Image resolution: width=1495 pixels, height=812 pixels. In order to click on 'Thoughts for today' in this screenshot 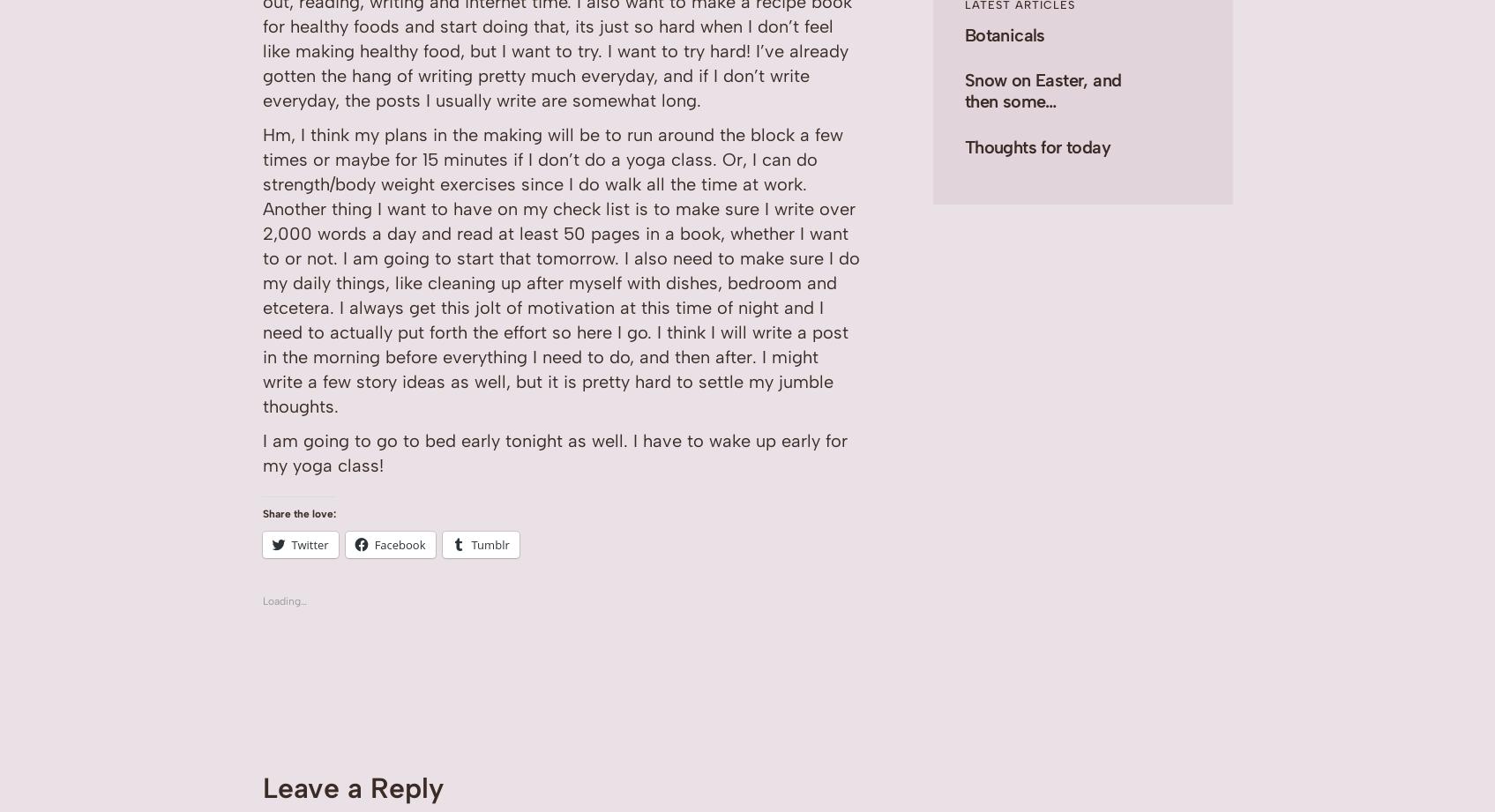, I will do `click(963, 145)`.